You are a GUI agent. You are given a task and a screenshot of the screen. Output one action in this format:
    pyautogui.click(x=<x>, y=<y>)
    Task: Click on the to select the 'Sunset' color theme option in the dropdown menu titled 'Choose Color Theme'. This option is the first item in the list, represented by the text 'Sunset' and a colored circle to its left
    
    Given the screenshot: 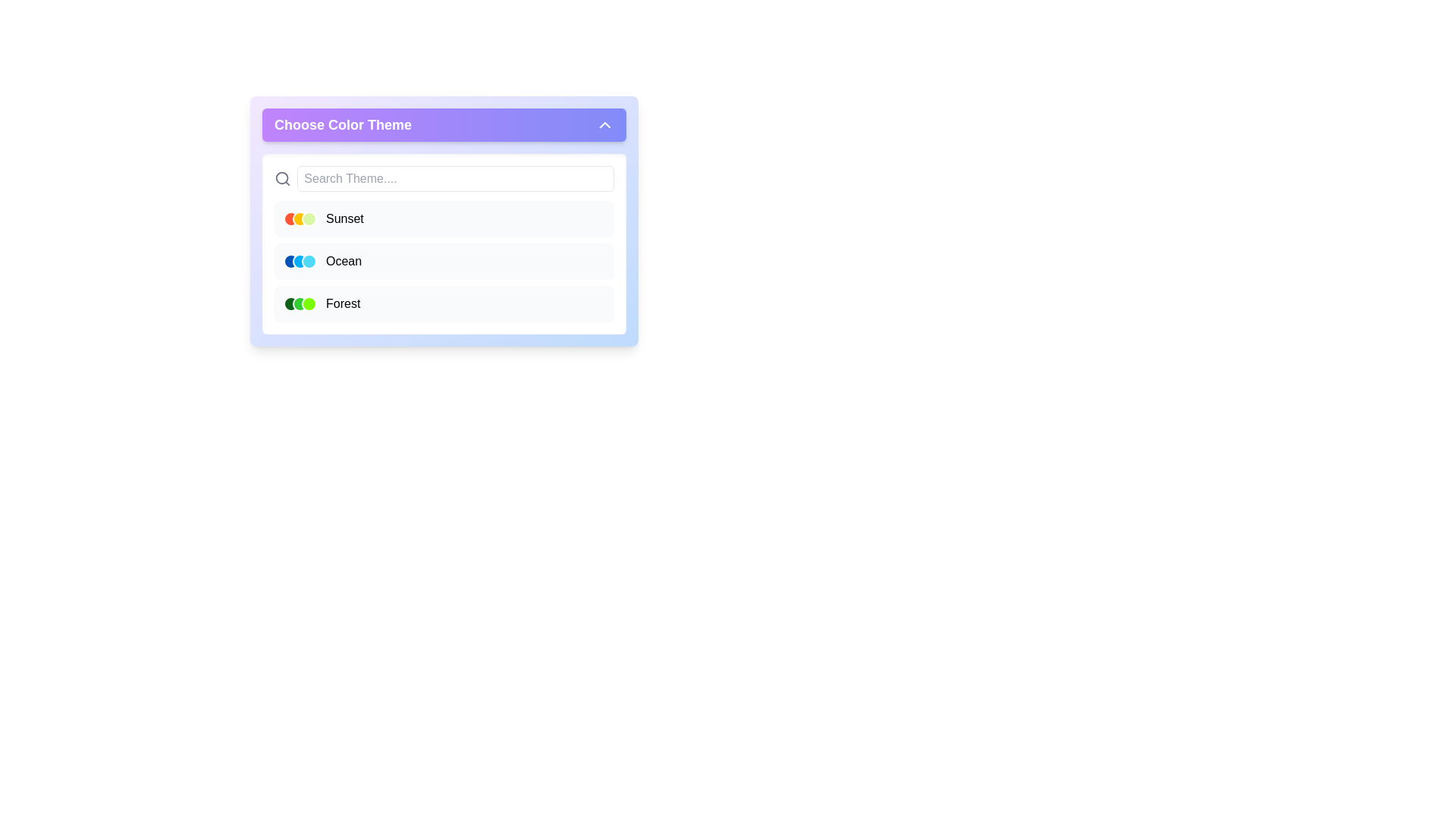 What is the action you would take?
    pyautogui.click(x=322, y=219)
    